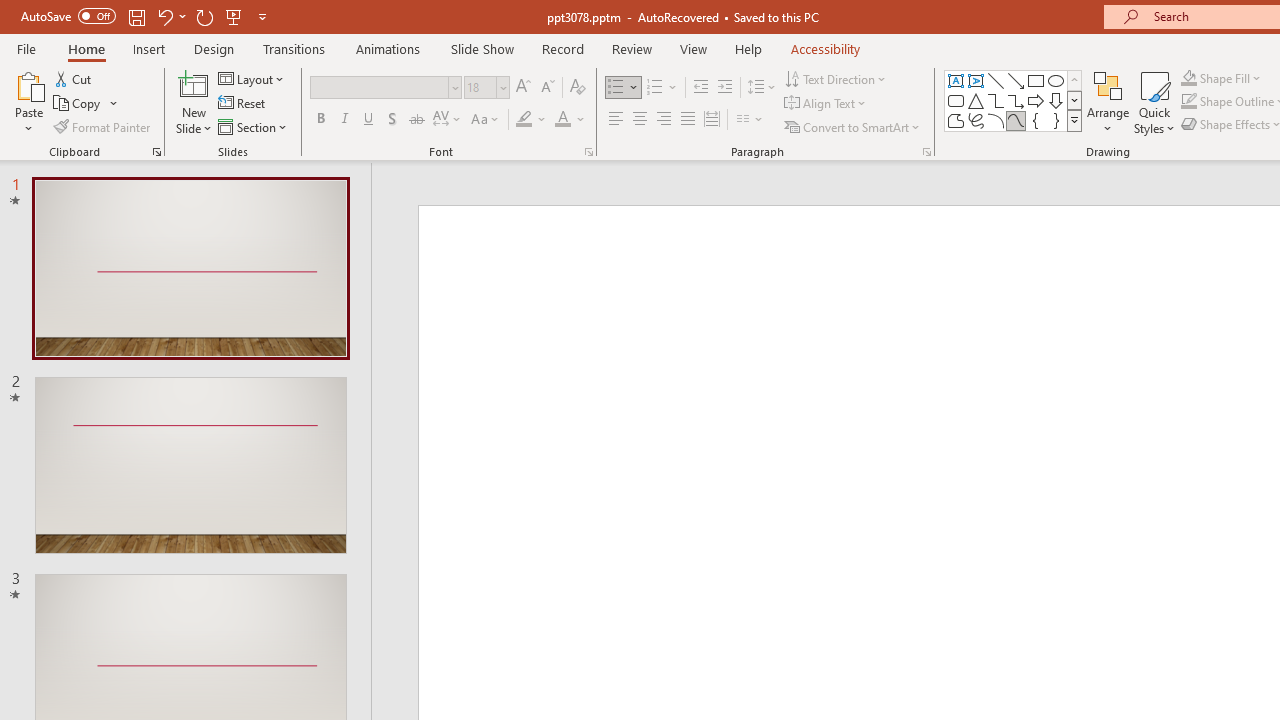 The image size is (1280, 720). What do you see at coordinates (925, 150) in the screenshot?
I see `'Paragraph...'` at bounding box center [925, 150].